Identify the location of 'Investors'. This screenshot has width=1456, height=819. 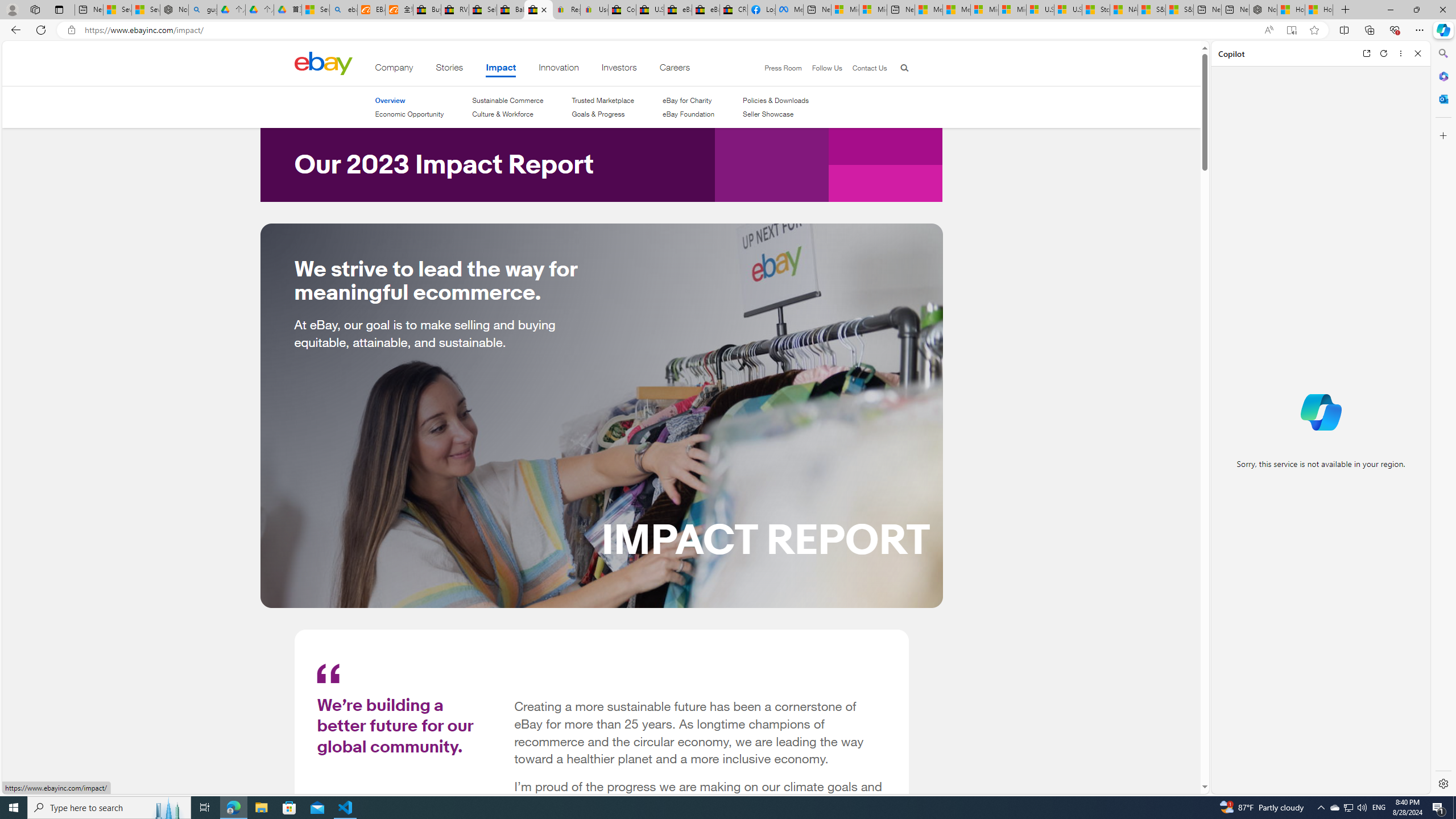
(619, 69).